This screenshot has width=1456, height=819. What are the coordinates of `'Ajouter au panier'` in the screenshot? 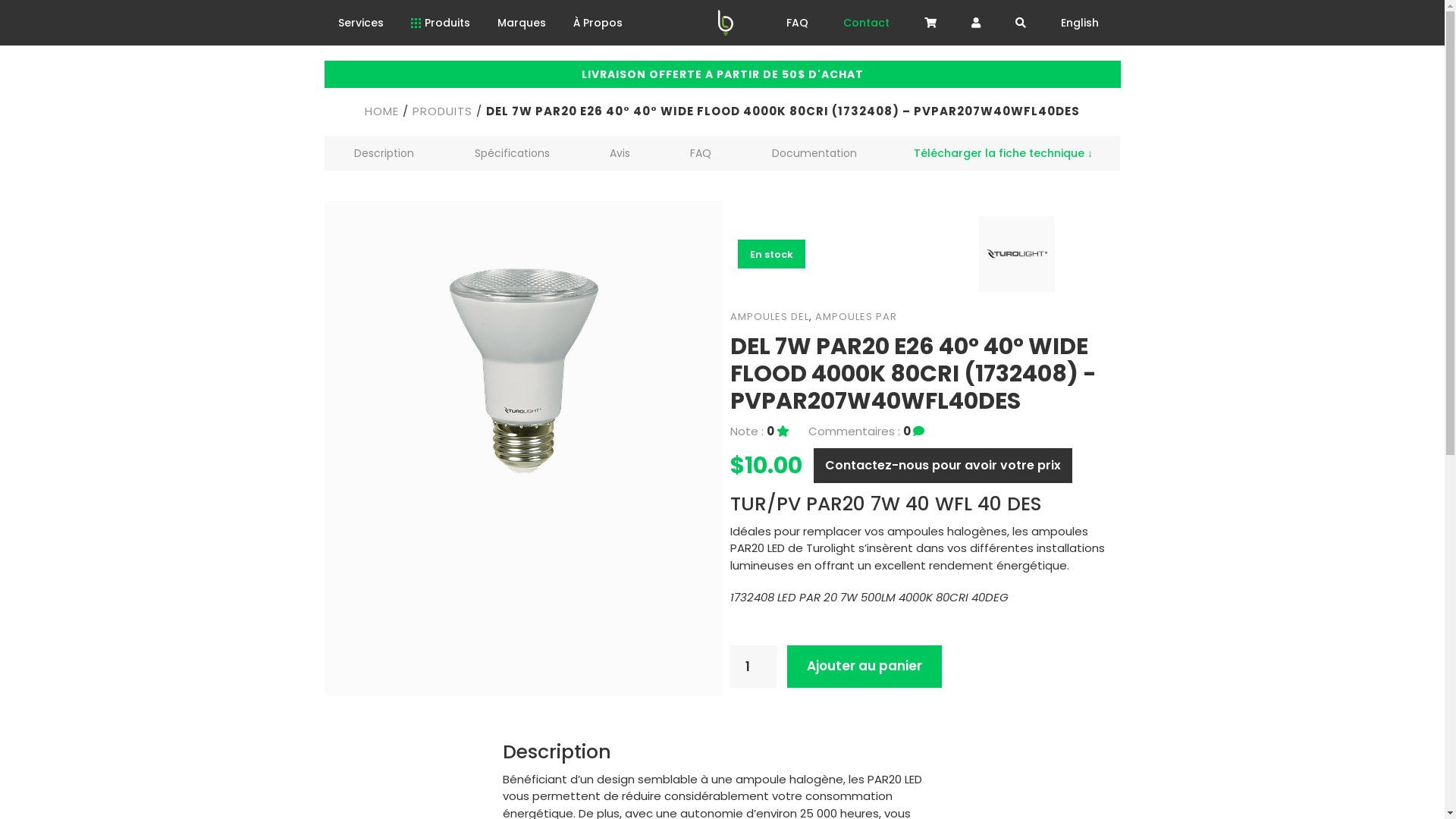 It's located at (864, 665).